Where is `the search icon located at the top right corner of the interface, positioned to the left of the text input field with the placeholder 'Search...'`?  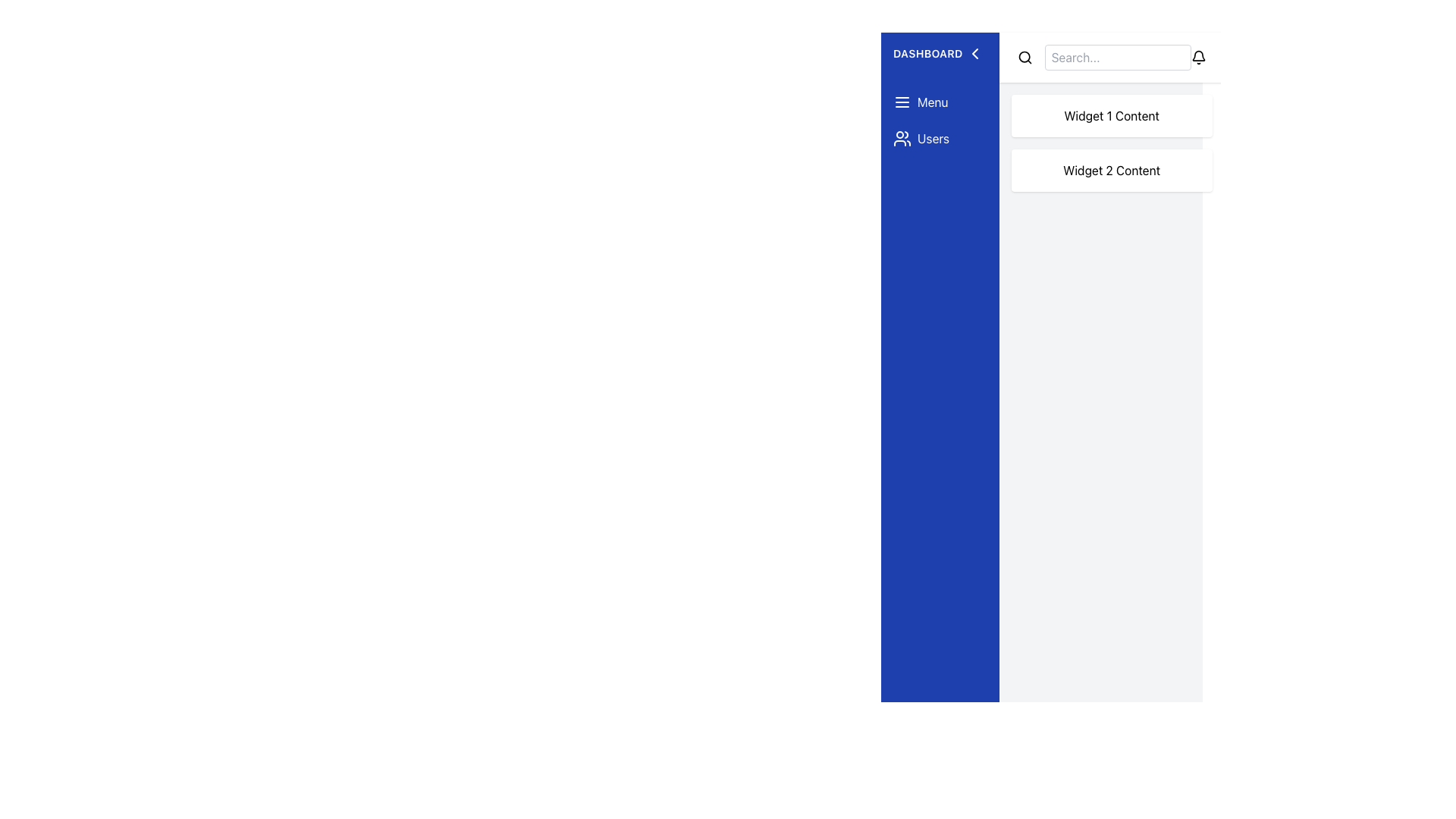 the search icon located at the top right corner of the interface, positioned to the left of the text input field with the placeholder 'Search...' is located at coordinates (1025, 57).